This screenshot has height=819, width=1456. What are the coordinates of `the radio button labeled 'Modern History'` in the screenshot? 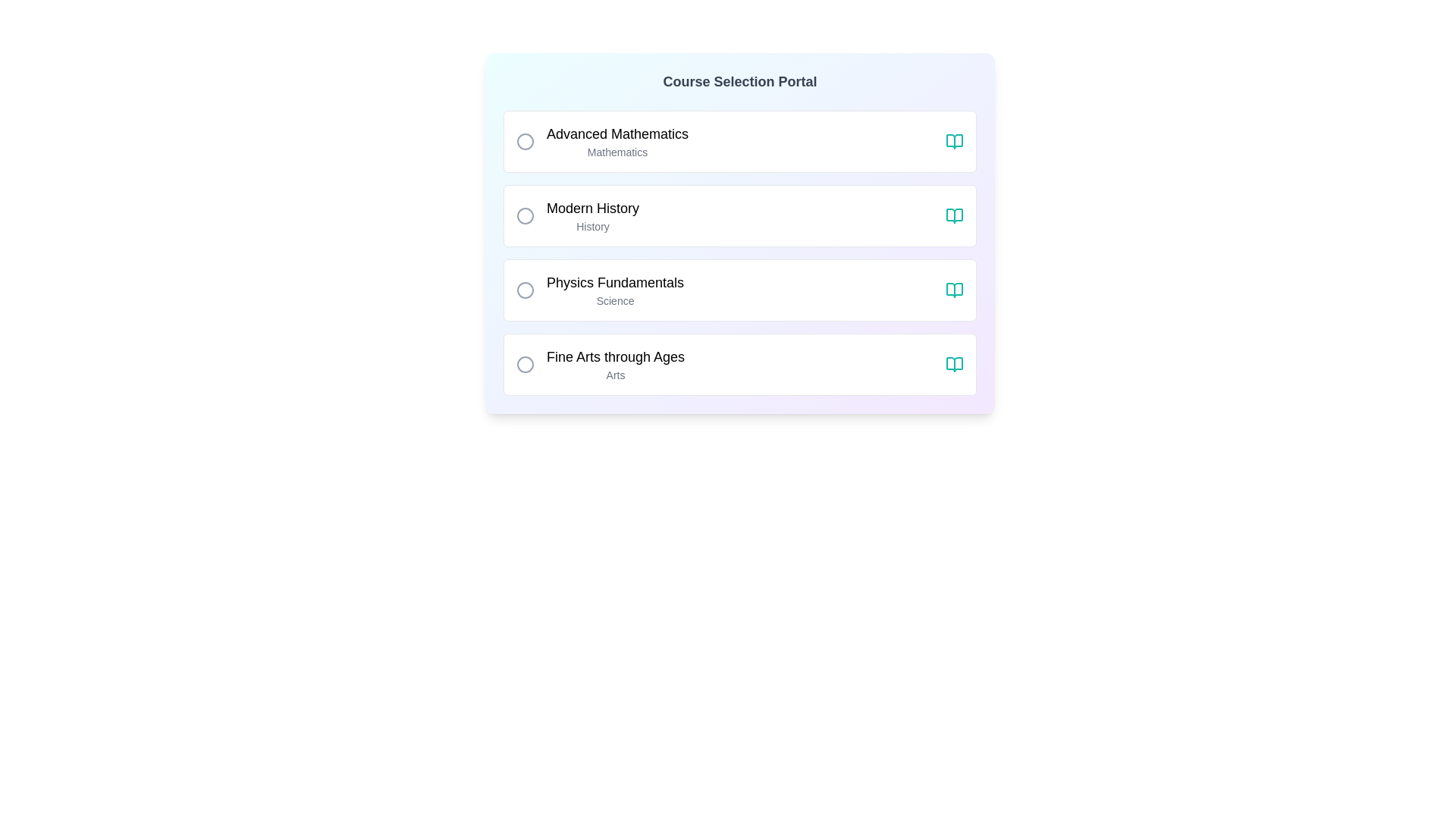 It's located at (525, 216).